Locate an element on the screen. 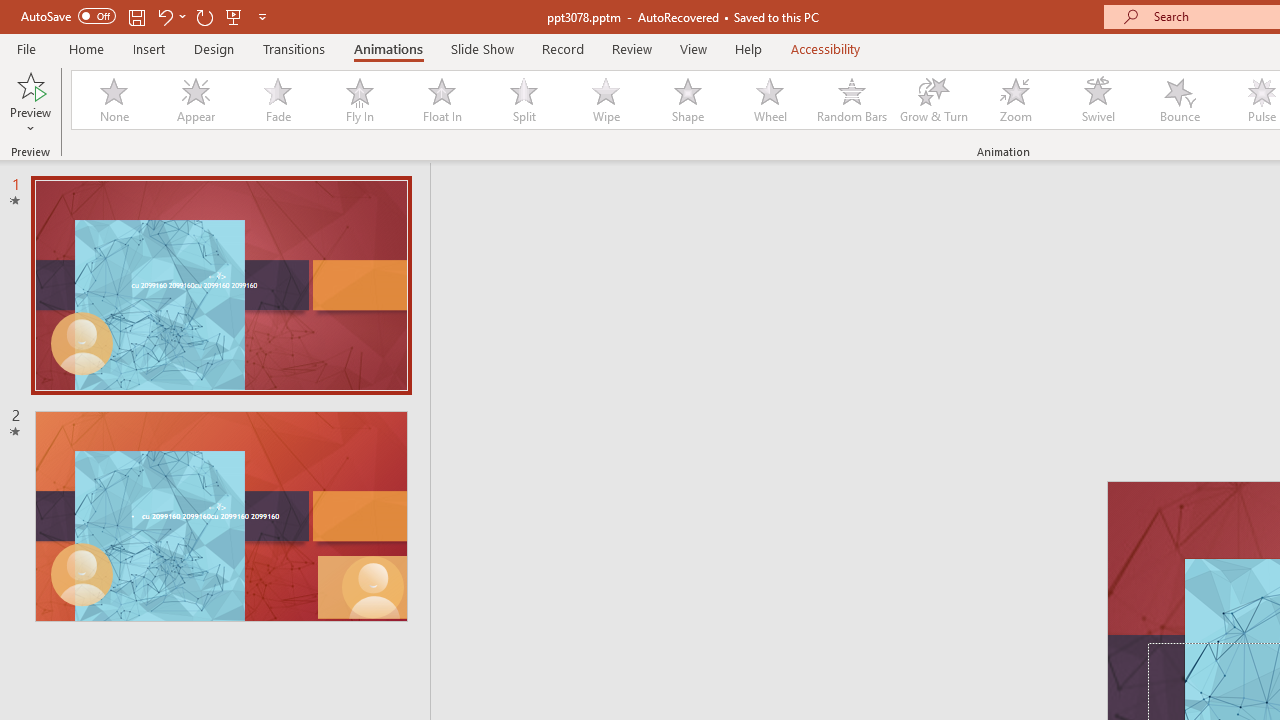  'Random Bars' is located at coordinates (852, 100).